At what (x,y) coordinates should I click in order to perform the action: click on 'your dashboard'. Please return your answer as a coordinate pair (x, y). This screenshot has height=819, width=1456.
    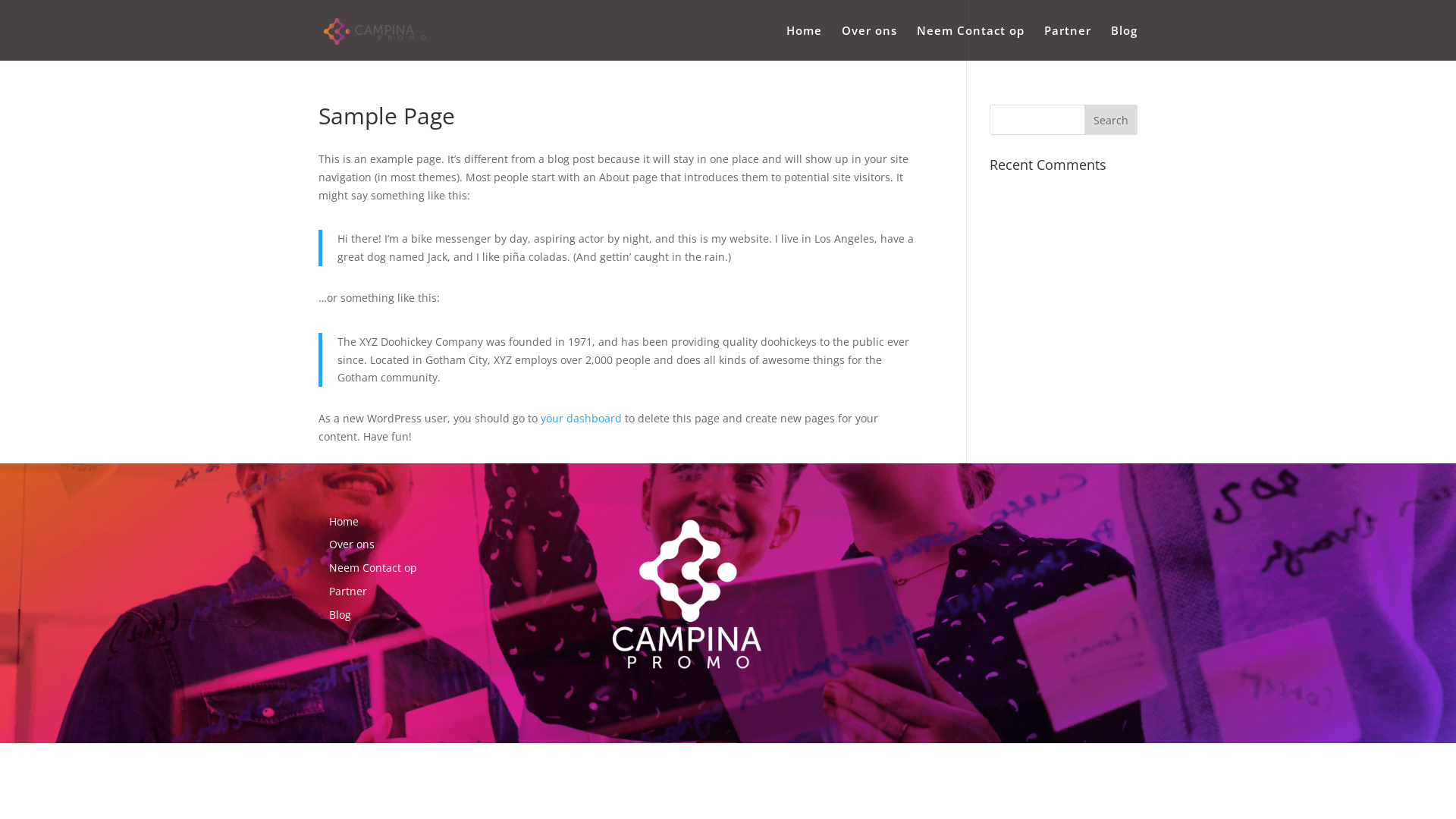
    Looking at the image, I should click on (580, 418).